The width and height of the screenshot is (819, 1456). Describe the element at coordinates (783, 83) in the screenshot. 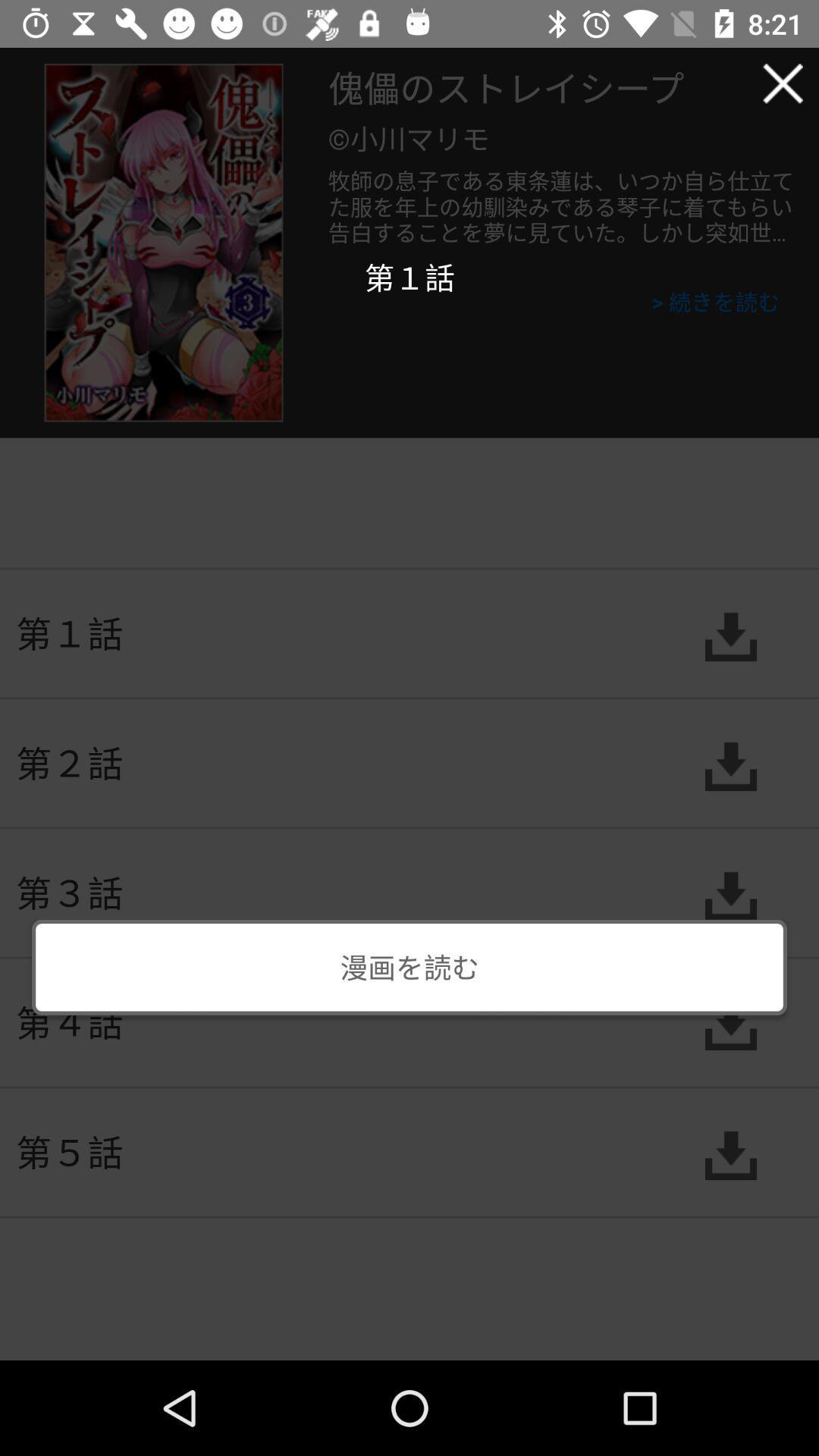

I see `the item at the top right corner` at that location.